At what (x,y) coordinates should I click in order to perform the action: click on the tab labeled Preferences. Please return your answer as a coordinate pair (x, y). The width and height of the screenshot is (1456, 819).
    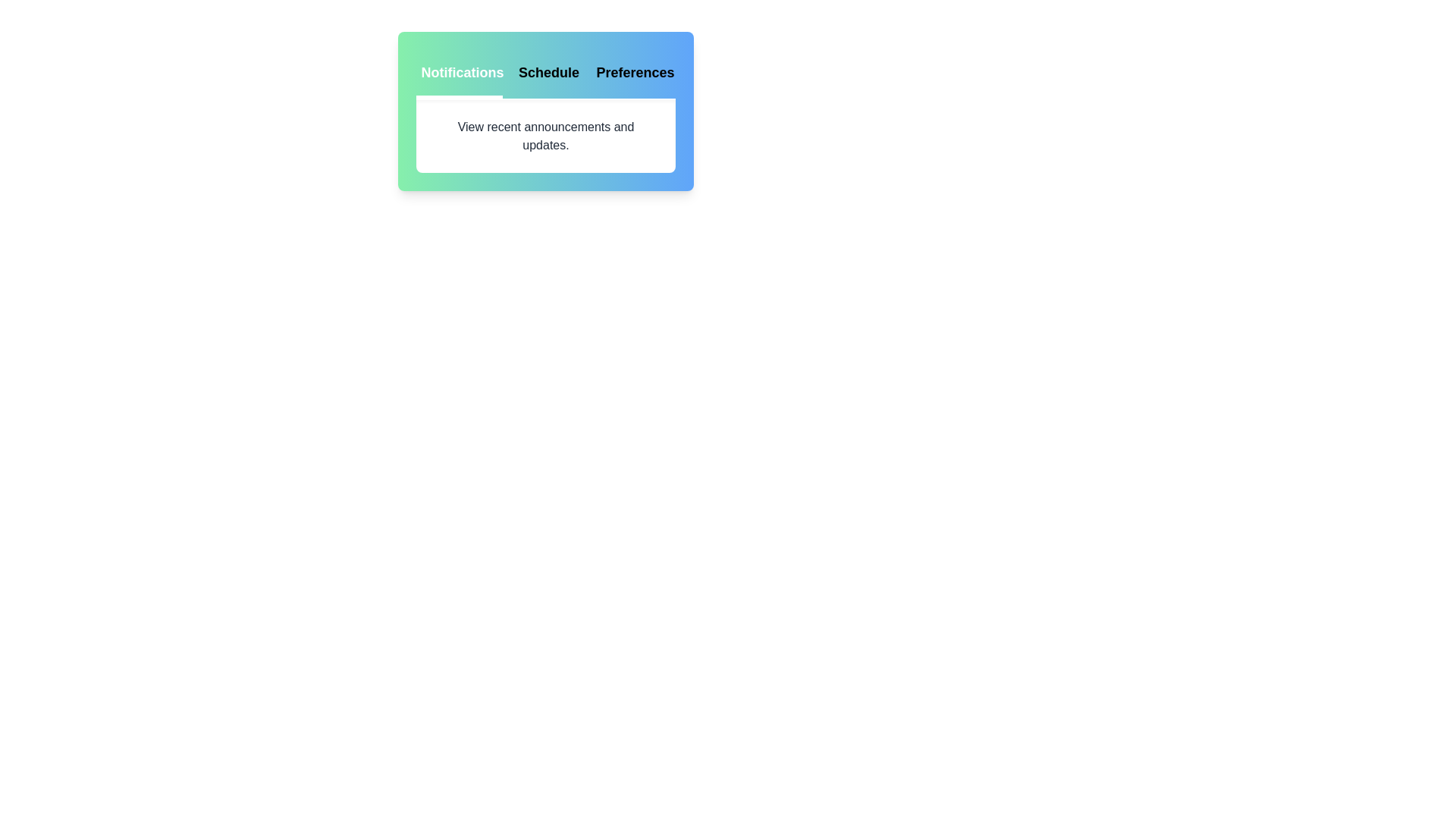
    Looking at the image, I should click on (632, 74).